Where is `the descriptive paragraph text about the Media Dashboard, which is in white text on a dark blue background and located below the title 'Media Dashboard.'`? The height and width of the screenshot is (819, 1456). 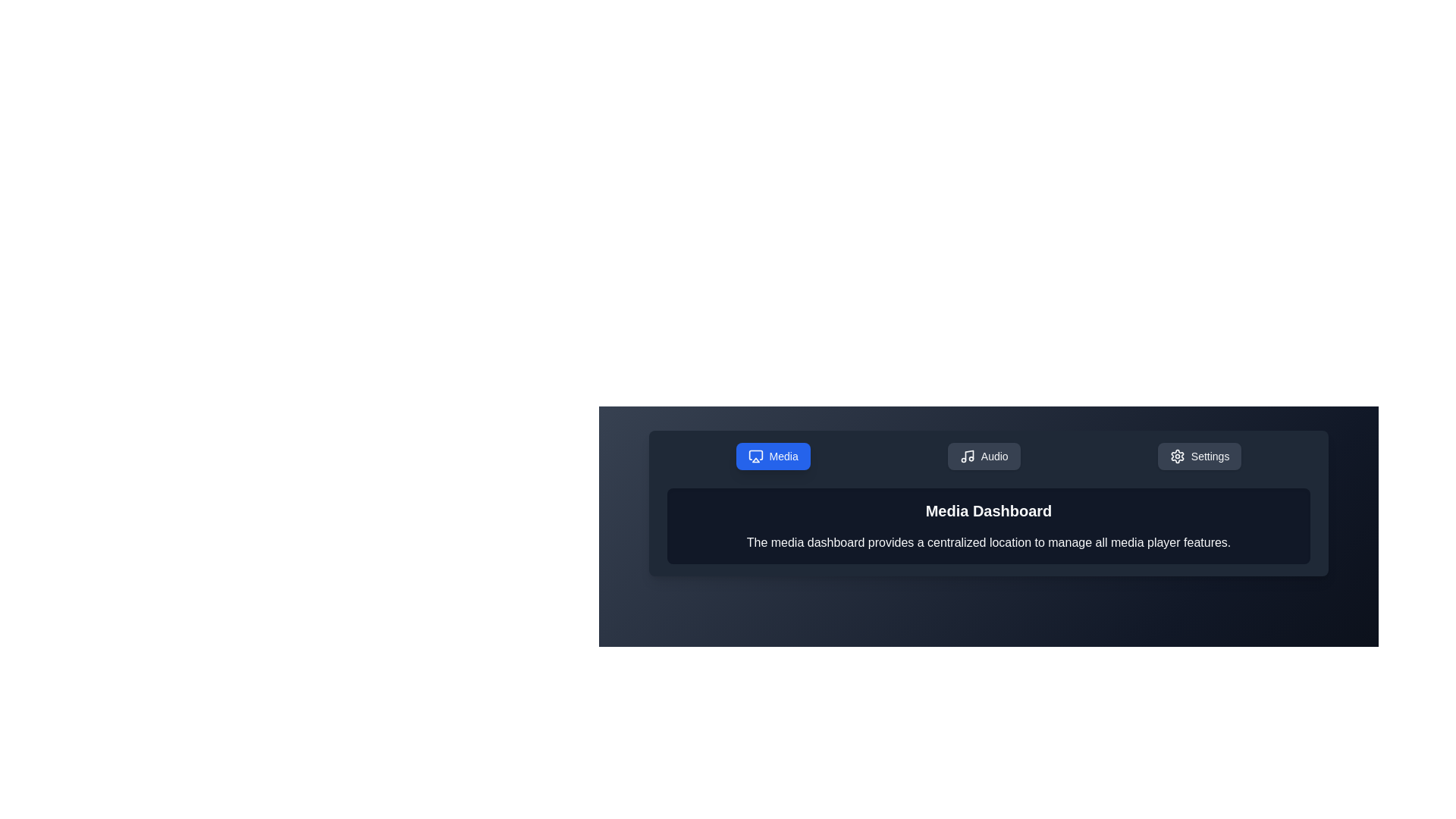 the descriptive paragraph text about the Media Dashboard, which is in white text on a dark blue background and located below the title 'Media Dashboard.' is located at coordinates (989, 542).